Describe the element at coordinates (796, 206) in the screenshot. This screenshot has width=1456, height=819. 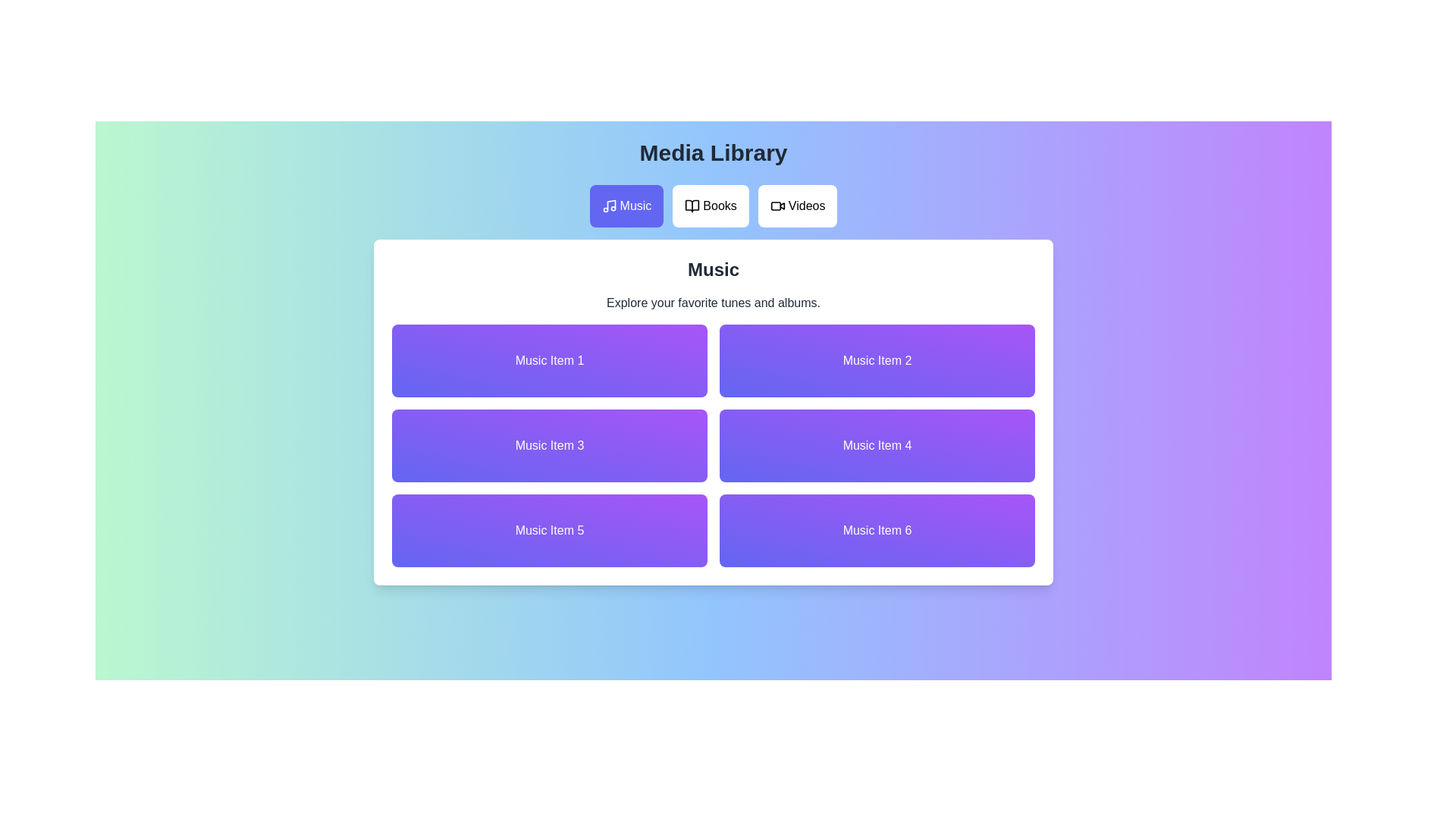
I see `the Videos tab in the media library` at that location.